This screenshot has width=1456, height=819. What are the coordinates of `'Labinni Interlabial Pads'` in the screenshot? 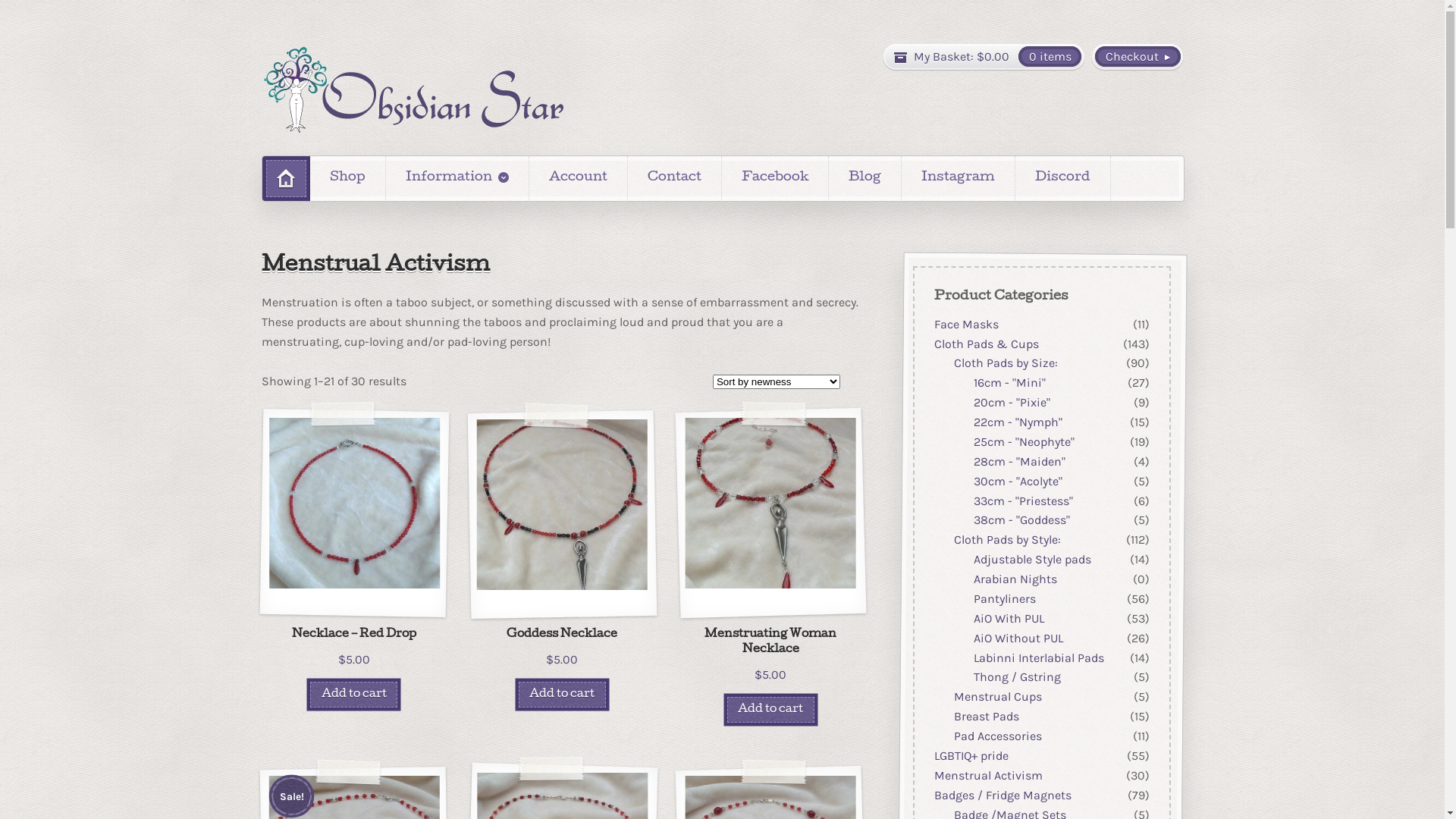 It's located at (1037, 657).